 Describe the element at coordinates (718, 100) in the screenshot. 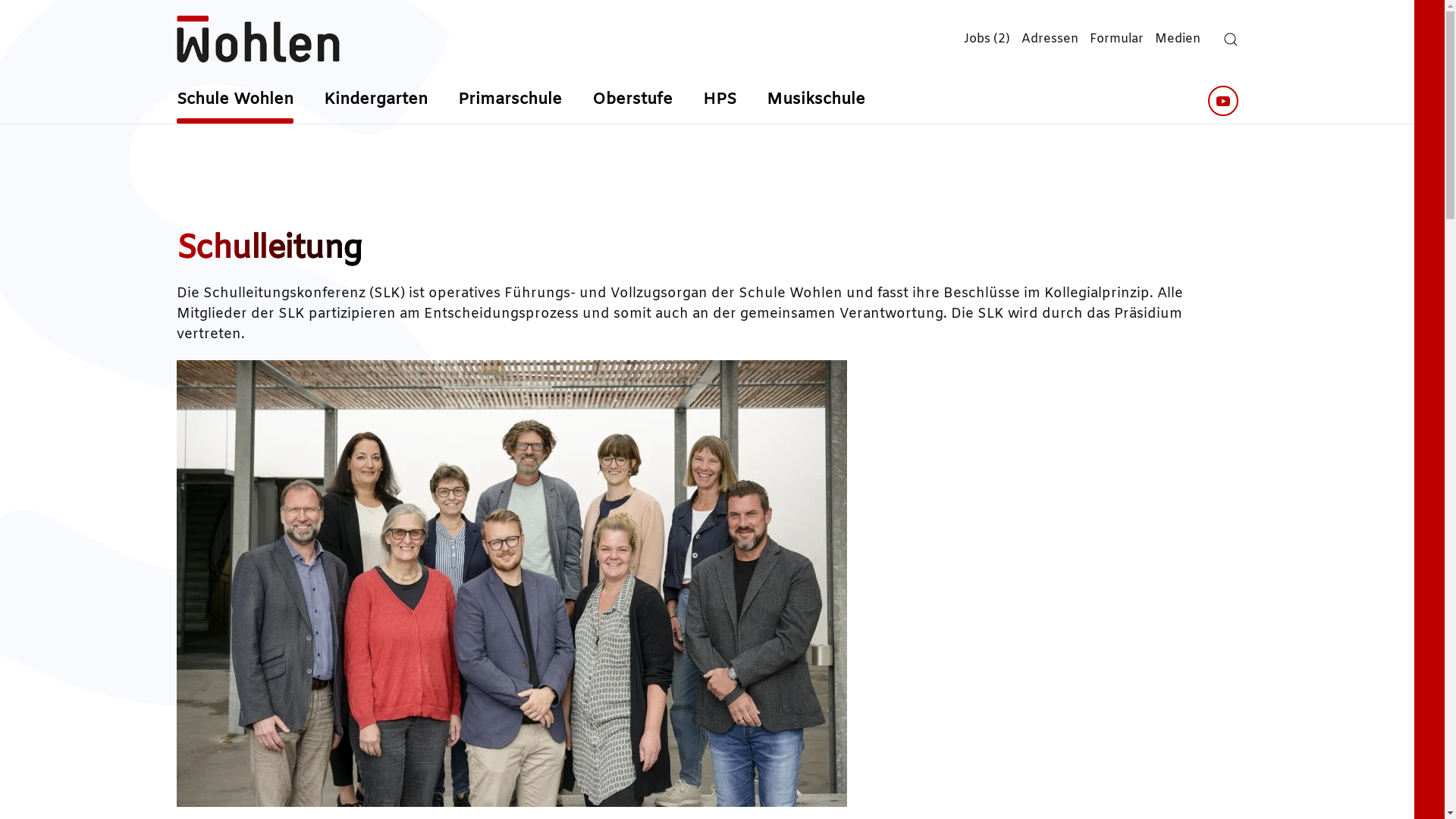

I see `'HPS'` at that location.